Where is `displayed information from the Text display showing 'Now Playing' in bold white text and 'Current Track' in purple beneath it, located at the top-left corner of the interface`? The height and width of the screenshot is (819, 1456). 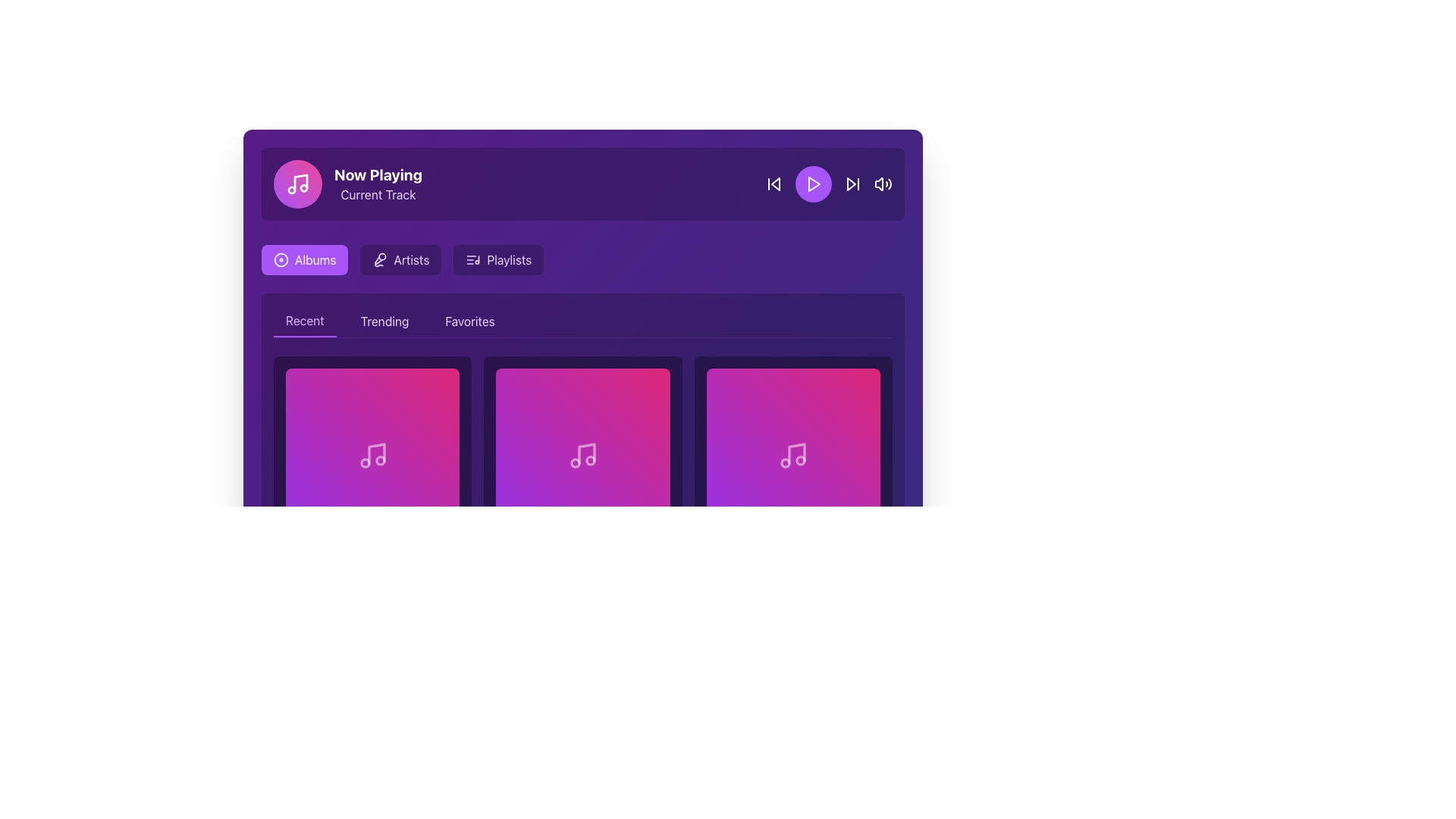 displayed information from the Text display showing 'Now Playing' in bold white text and 'Current Track' in purple beneath it, located at the top-left corner of the interface is located at coordinates (378, 184).